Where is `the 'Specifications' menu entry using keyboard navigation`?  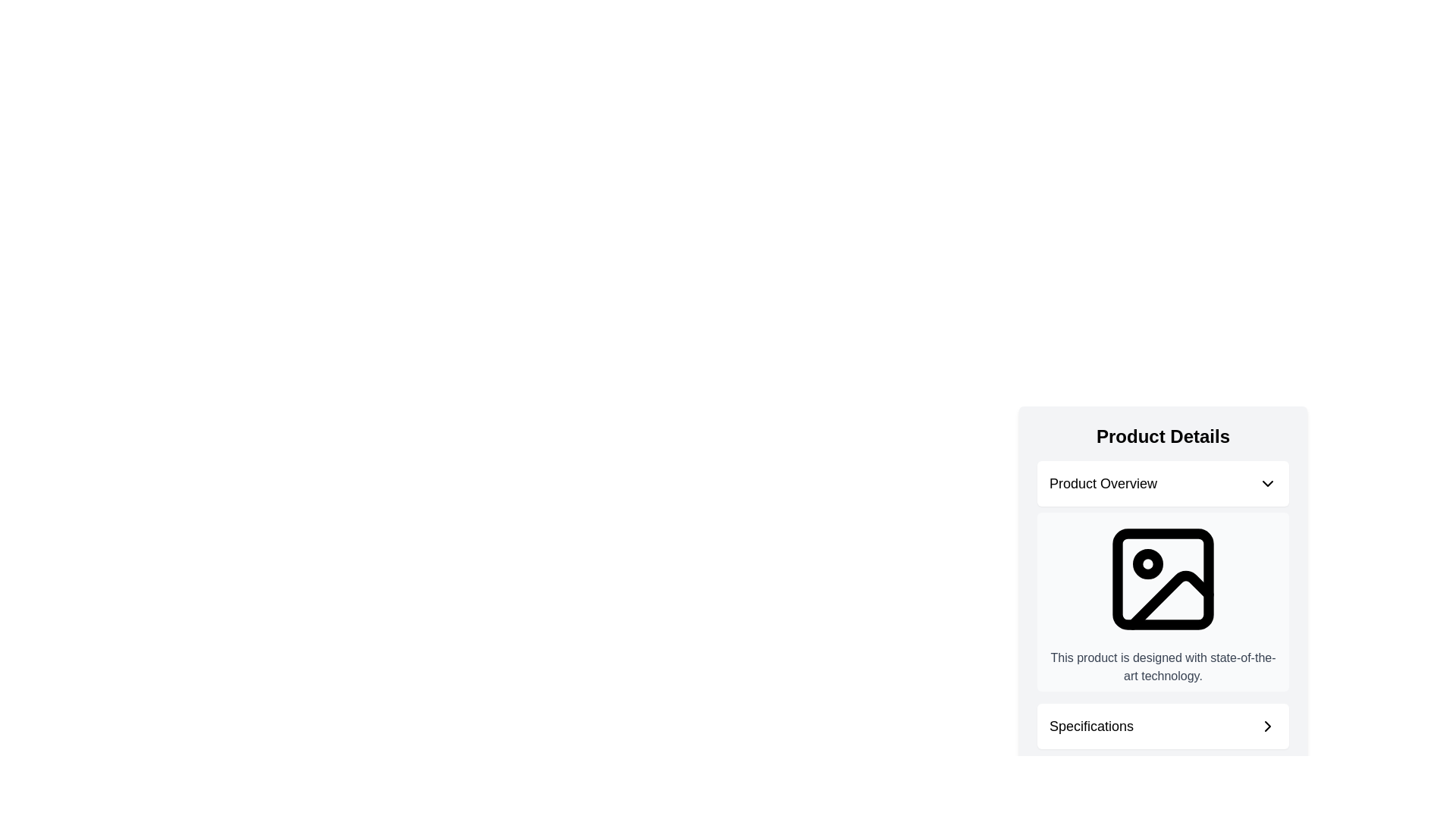
the 'Specifications' menu entry using keyboard navigation is located at coordinates (1163, 725).